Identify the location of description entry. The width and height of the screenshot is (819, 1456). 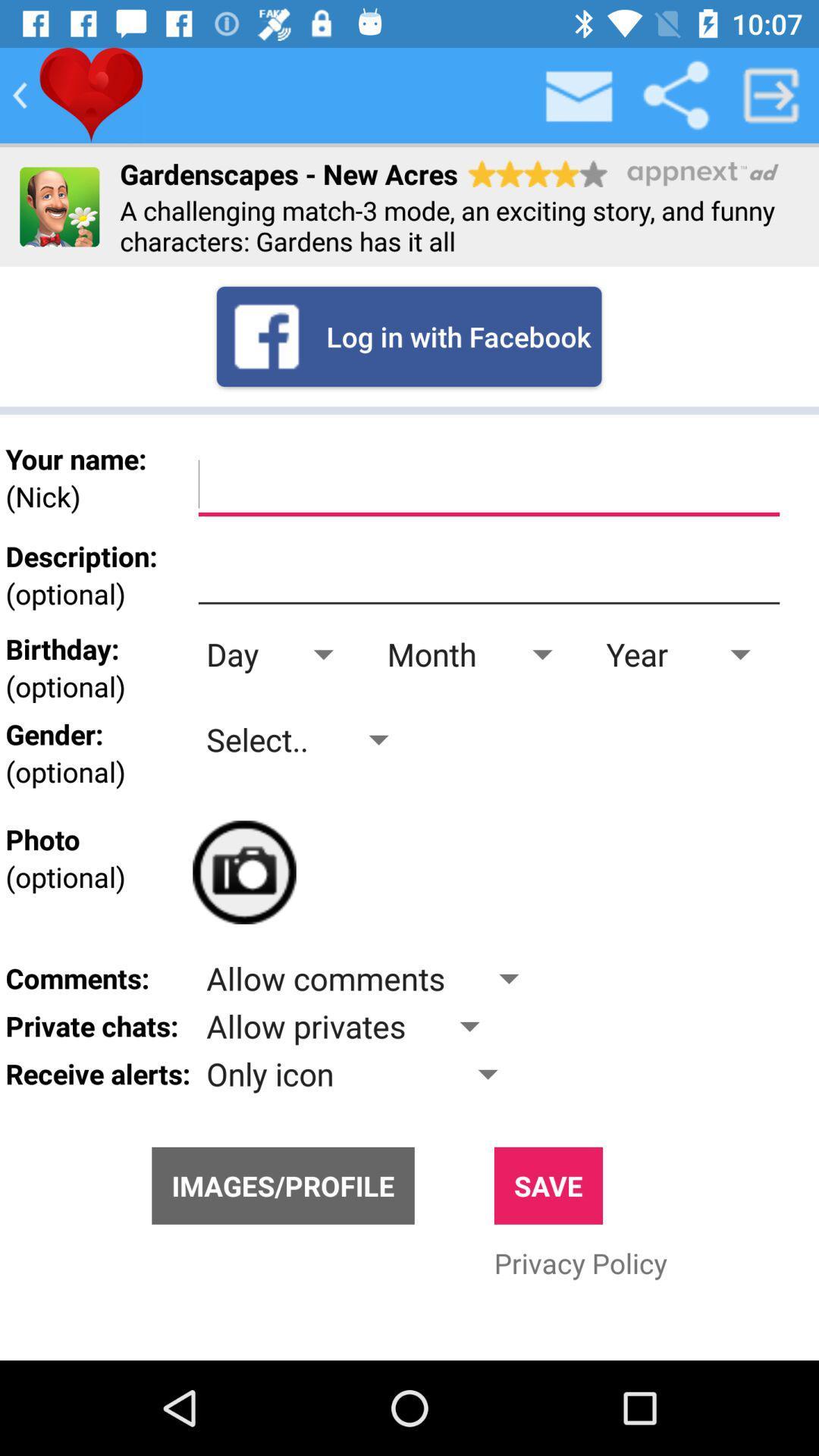
(488, 574).